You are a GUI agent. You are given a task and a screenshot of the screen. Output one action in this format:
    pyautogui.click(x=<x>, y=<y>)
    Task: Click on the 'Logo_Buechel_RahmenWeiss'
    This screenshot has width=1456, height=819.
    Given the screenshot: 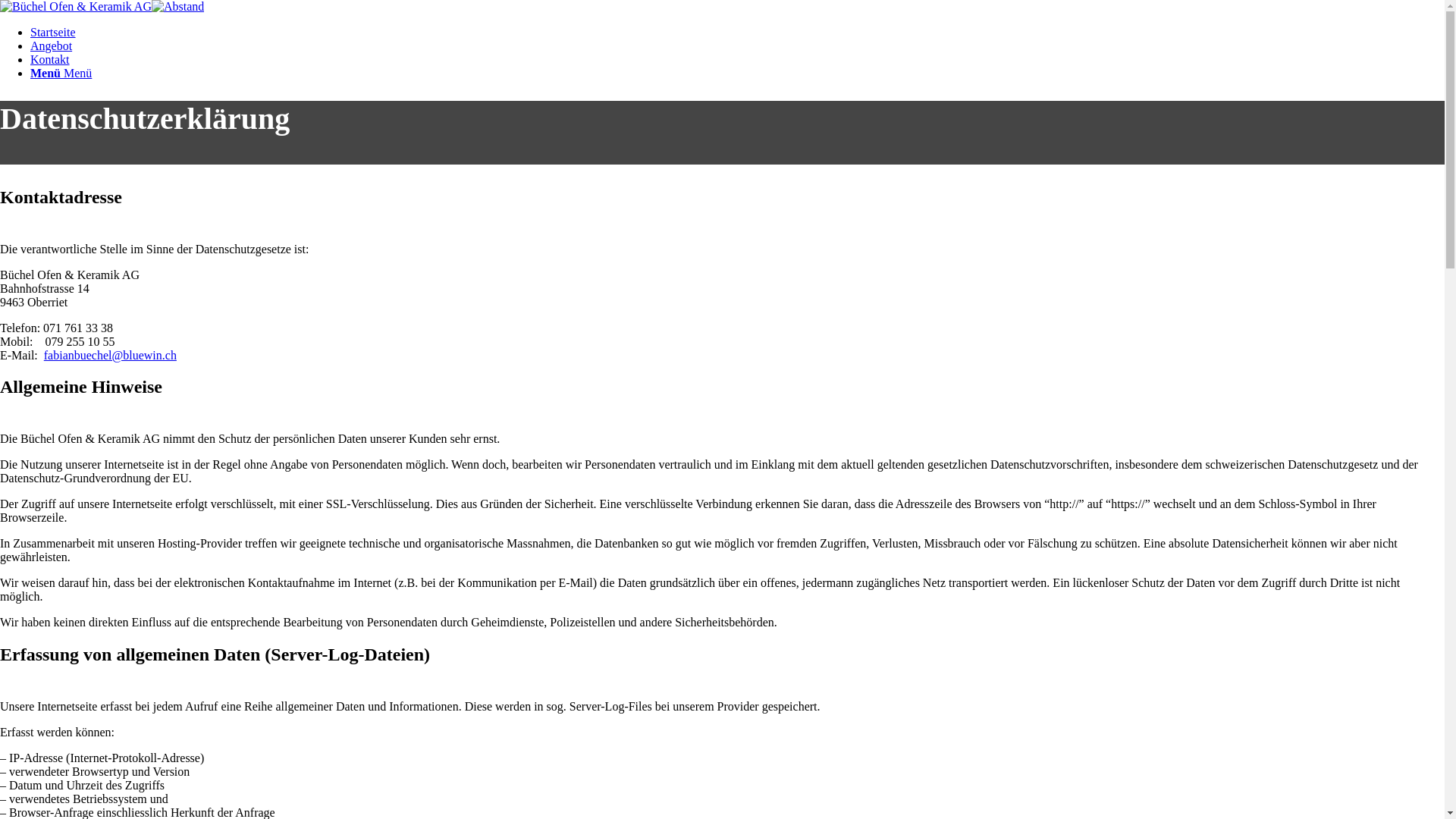 What is the action you would take?
    pyautogui.click(x=75, y=6)
    